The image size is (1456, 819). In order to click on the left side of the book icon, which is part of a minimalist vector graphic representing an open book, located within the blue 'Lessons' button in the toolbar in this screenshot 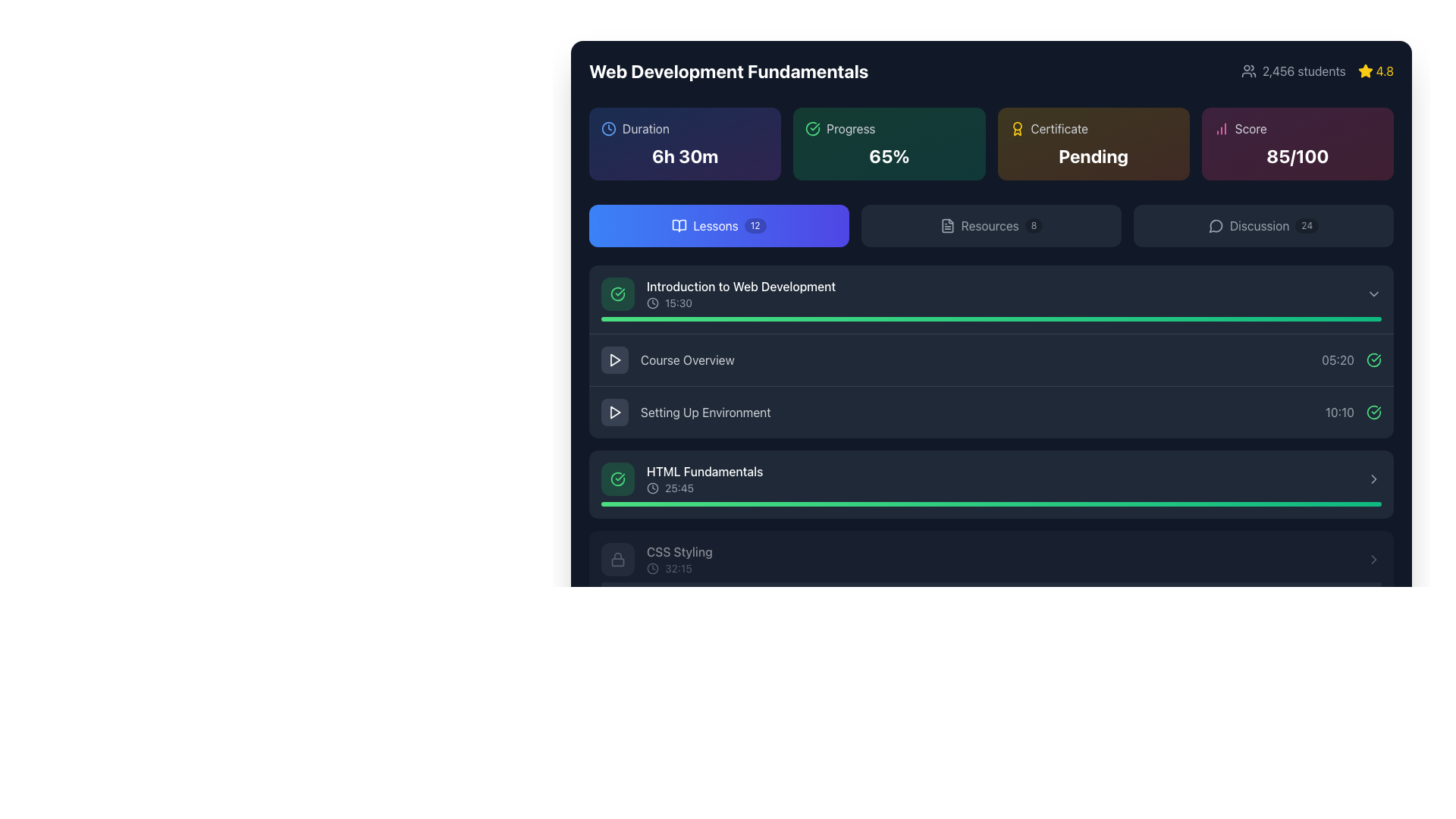, I will do `click(679, 225)`.